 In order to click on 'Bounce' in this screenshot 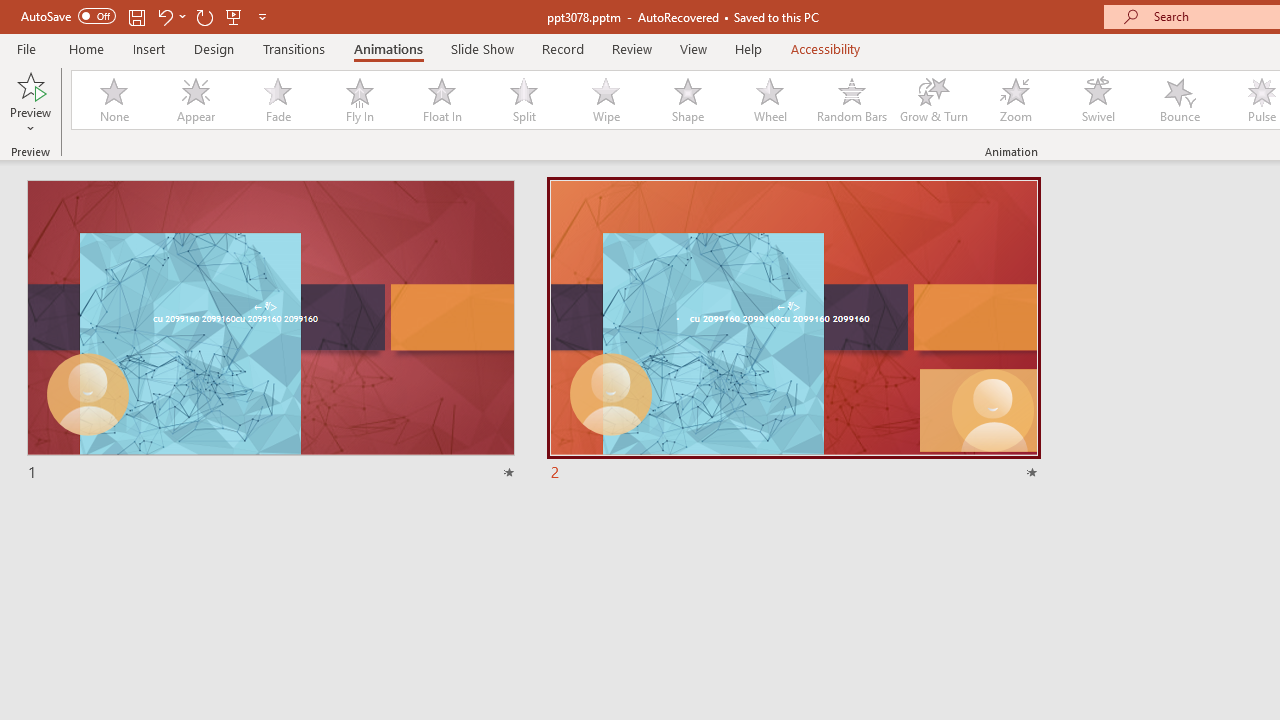, I will do `click(1180, 100)`.